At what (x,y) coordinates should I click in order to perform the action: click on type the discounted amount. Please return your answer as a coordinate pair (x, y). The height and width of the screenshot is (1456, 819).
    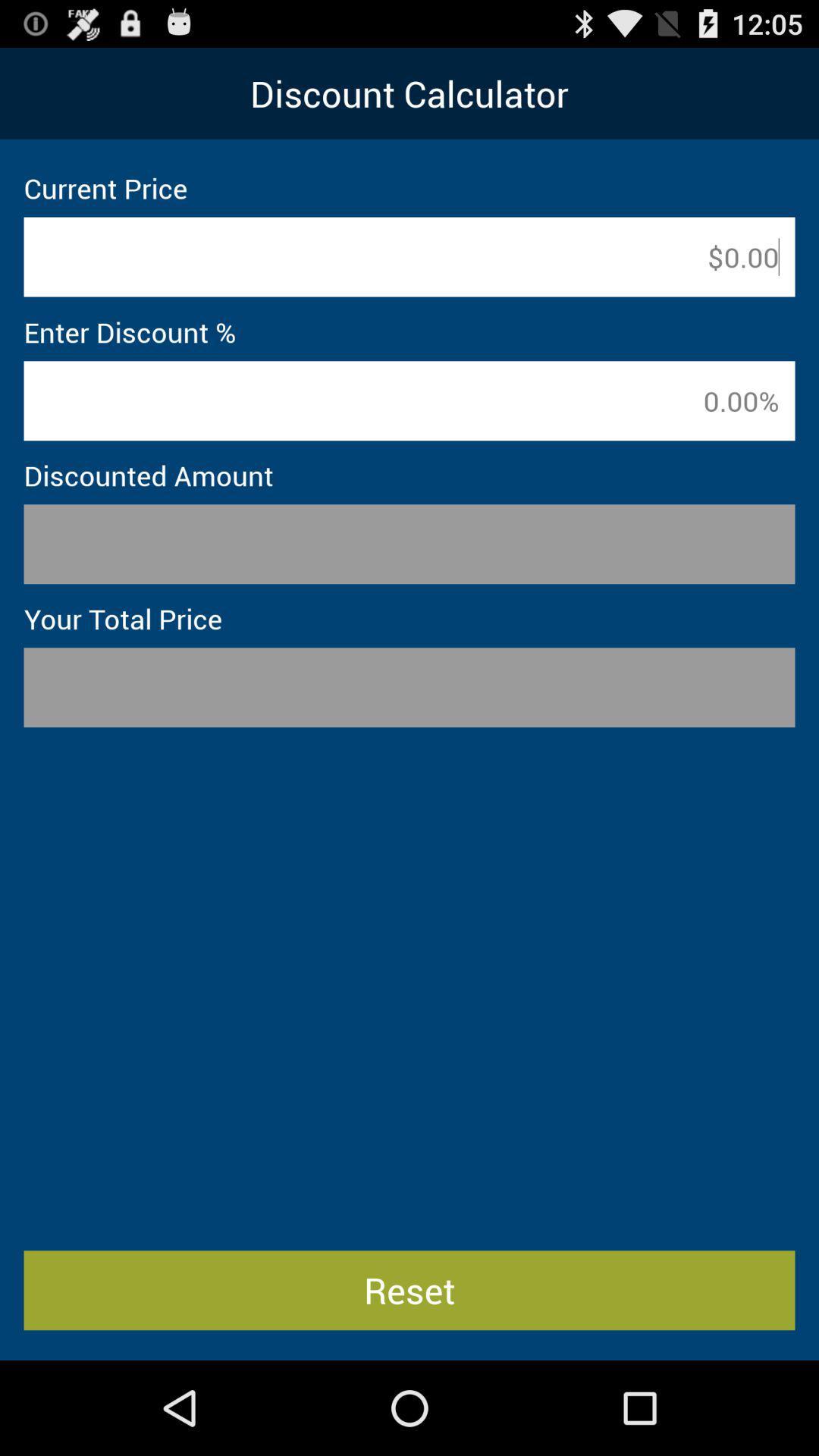
    Looking at the image, I should click on (409, 544).